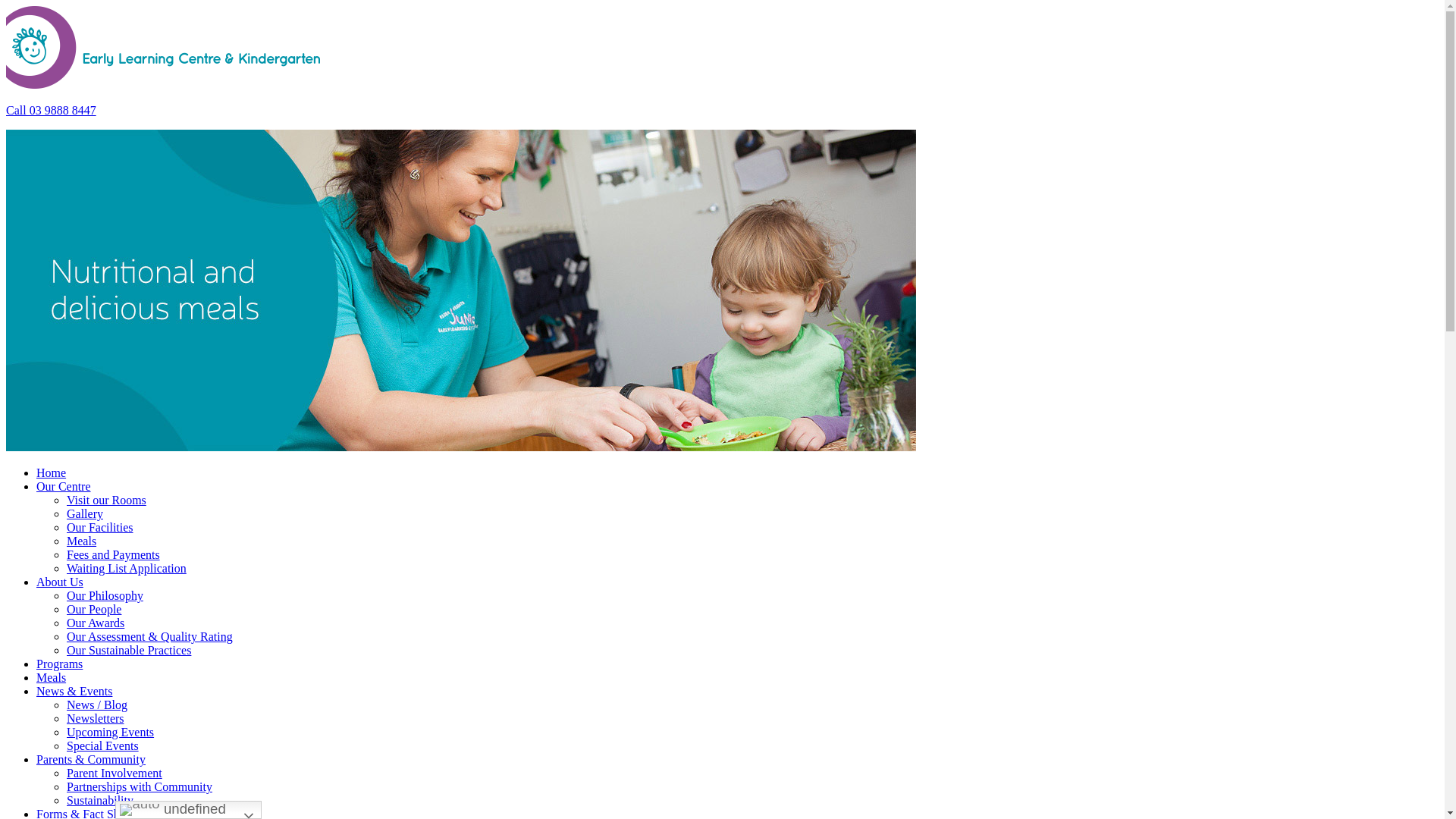 The width and height of the screenshot is (1456, 819). What do you see at coordinates (65, 595) in the screenshot?
I see `'Our Philosophy'` at bounding box center [65, 595].